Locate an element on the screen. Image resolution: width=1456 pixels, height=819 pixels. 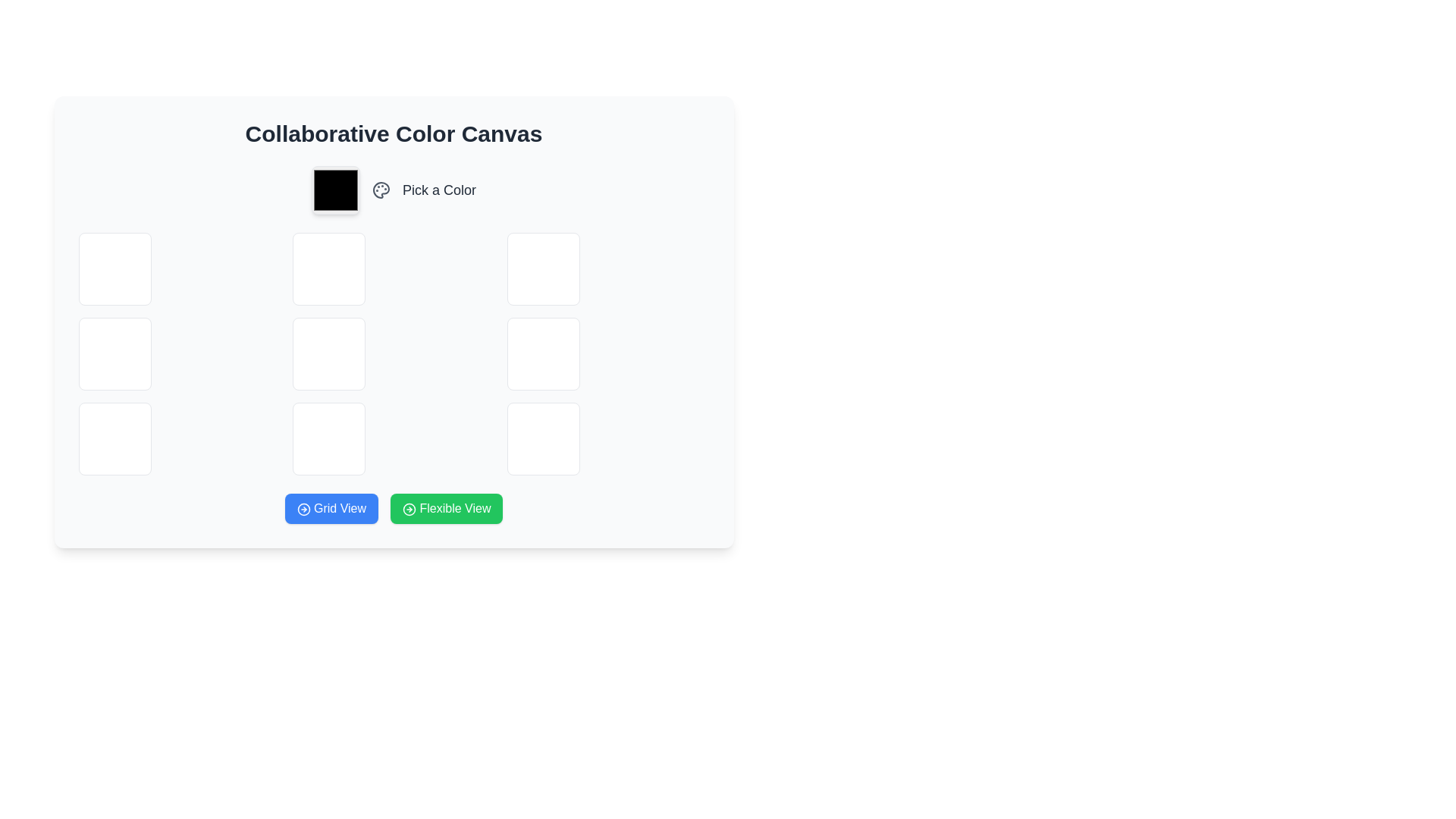
the text label that describes the black square color picker located at the top center of the interface, specifically to the right of the black square color picker and a palette icon is located at coordinates (438, 189).